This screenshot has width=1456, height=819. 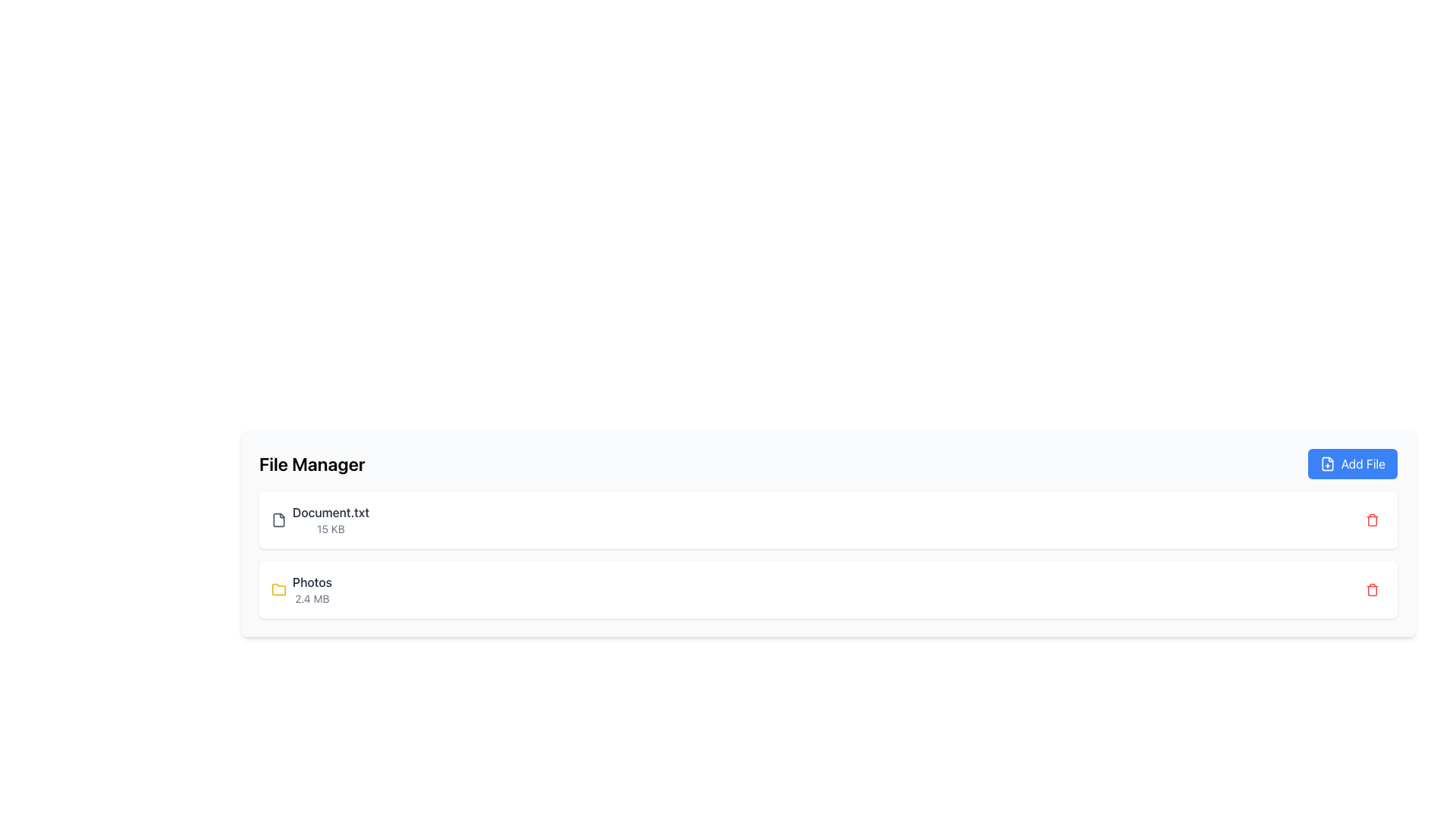 What do you see at coordinates (279, 519) in the screenshot?
I see `the document file icon in the file listing interface titled 'File Manager'` at bounding box center [279, 519].